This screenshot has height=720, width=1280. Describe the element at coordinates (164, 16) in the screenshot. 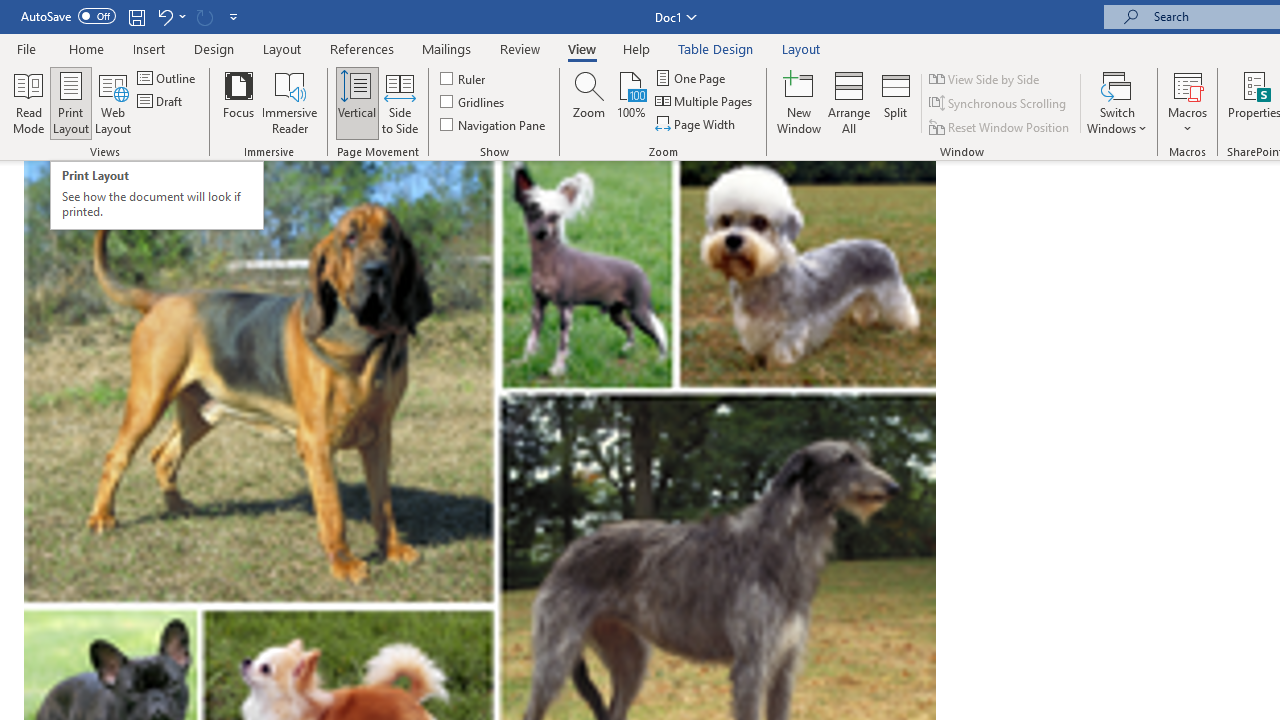

I see `'Undo Row Height Spinner'` at that location.